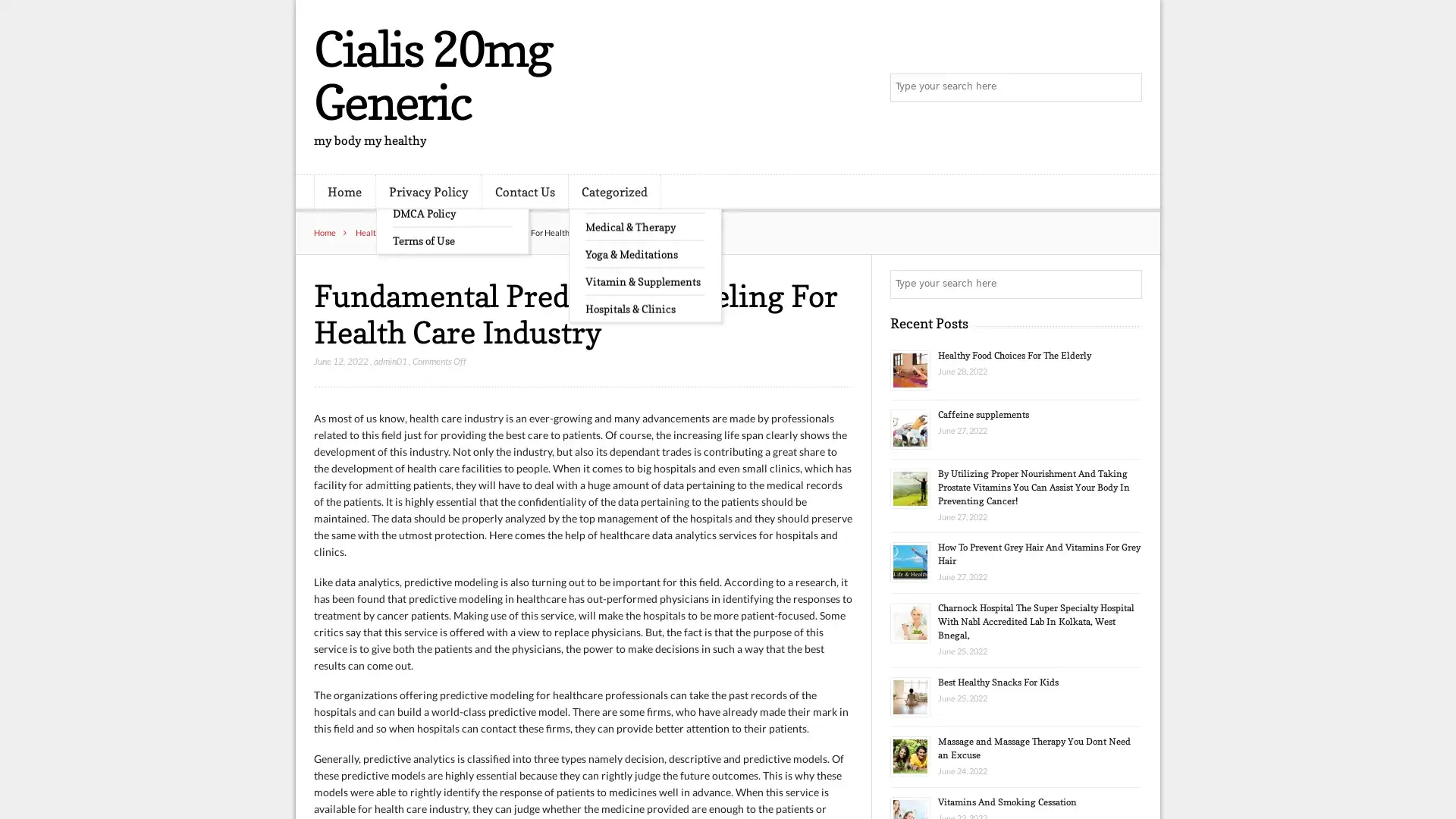 The height and width of the screenshot is (819, 1456). What do you see at coordinates (1126, 87) in the screenshot?
I see `Search` at bounding box center [1126, 87].